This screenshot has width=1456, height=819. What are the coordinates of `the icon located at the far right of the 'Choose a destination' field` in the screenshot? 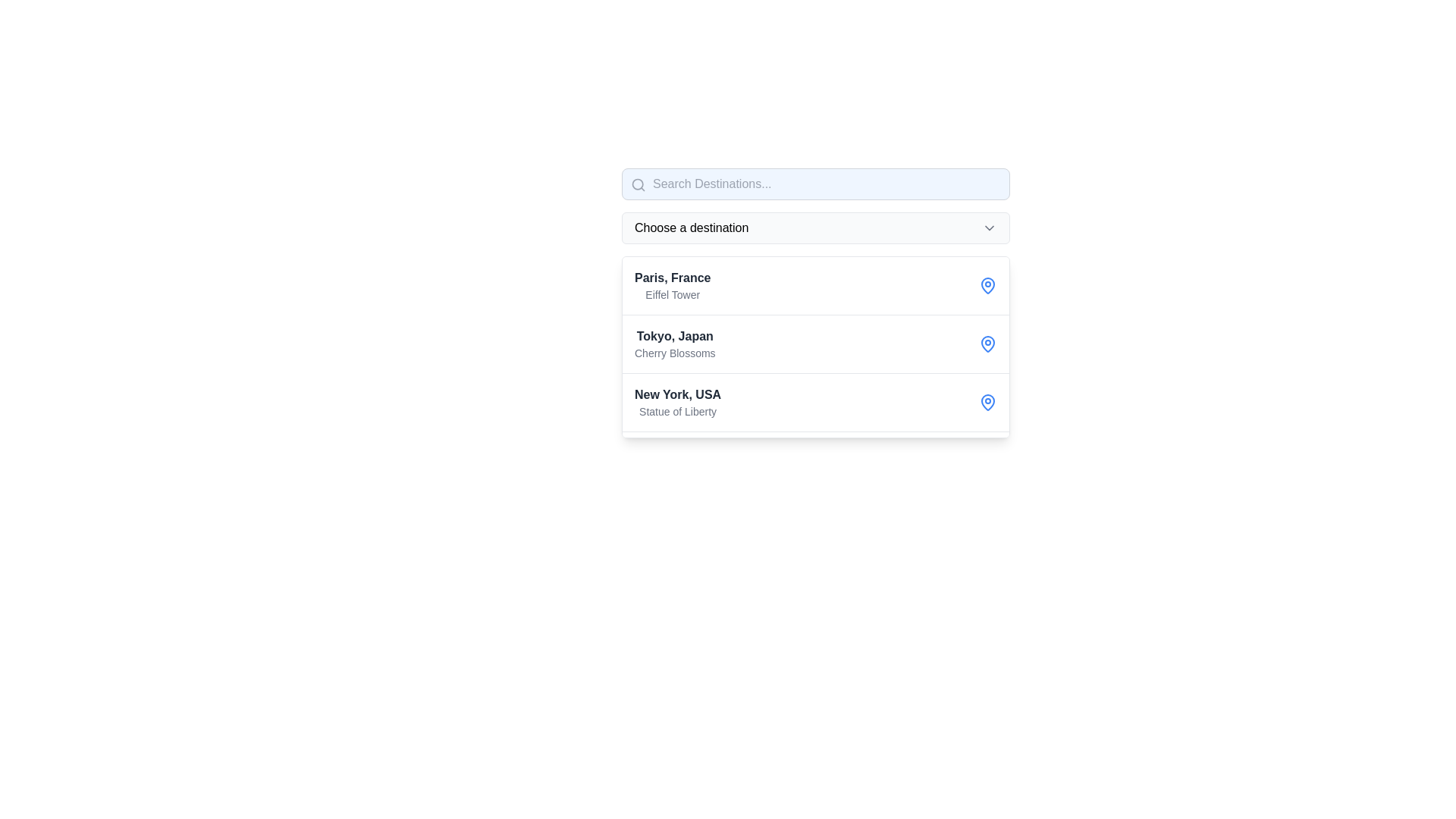 It's located at (990, 227).